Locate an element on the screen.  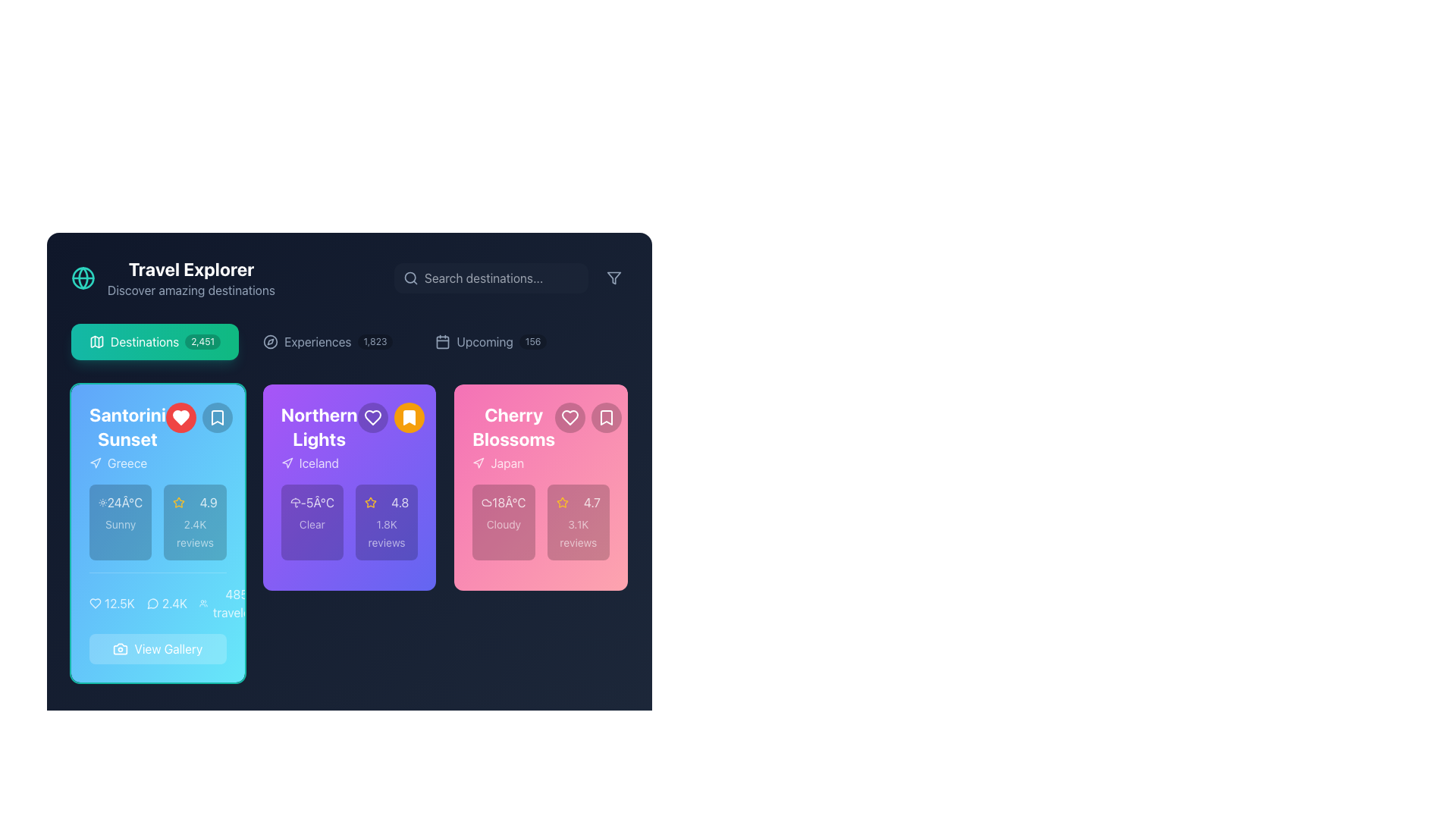
the Text Label displaying '485 travelers' located at the bottom section of the 'Santorini Sunset' card, which is aligned with icons and other textual information is located at coordinates (236, 602).